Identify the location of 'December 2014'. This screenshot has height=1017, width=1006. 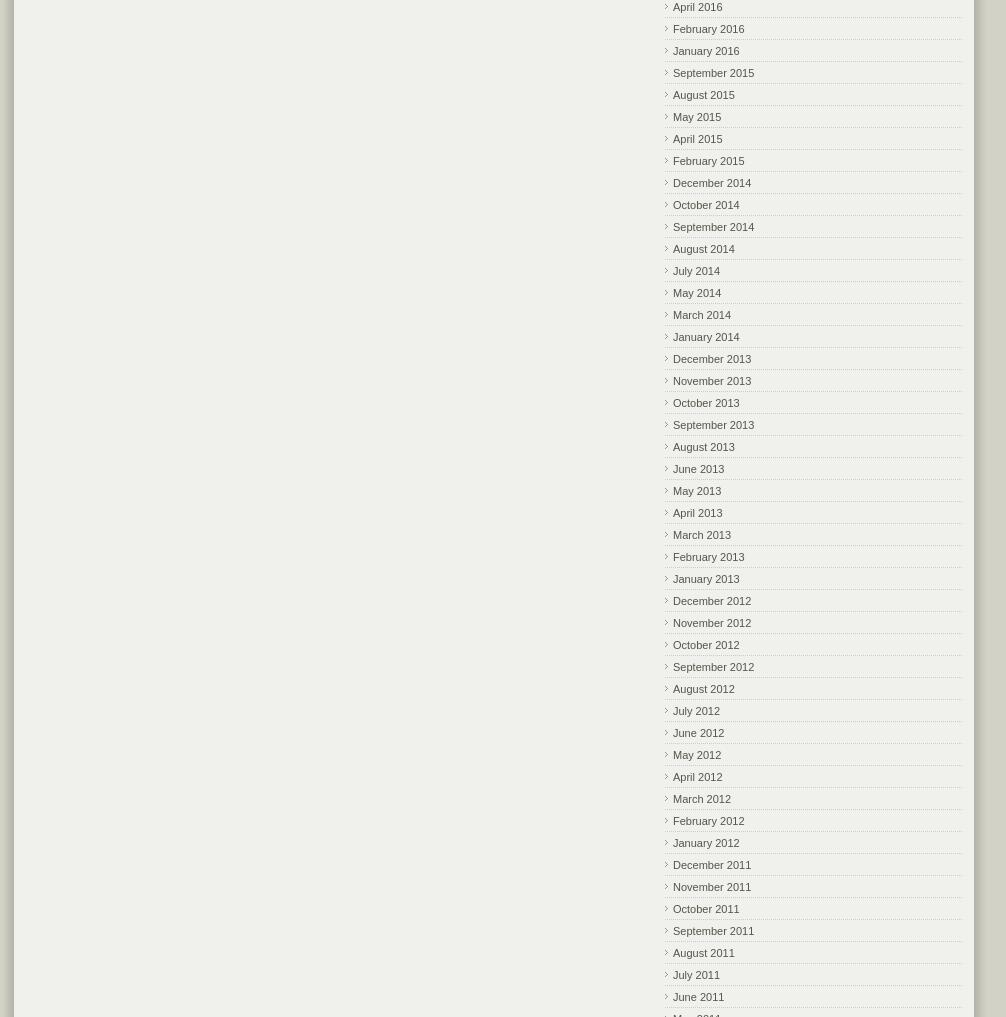
(712, 182).